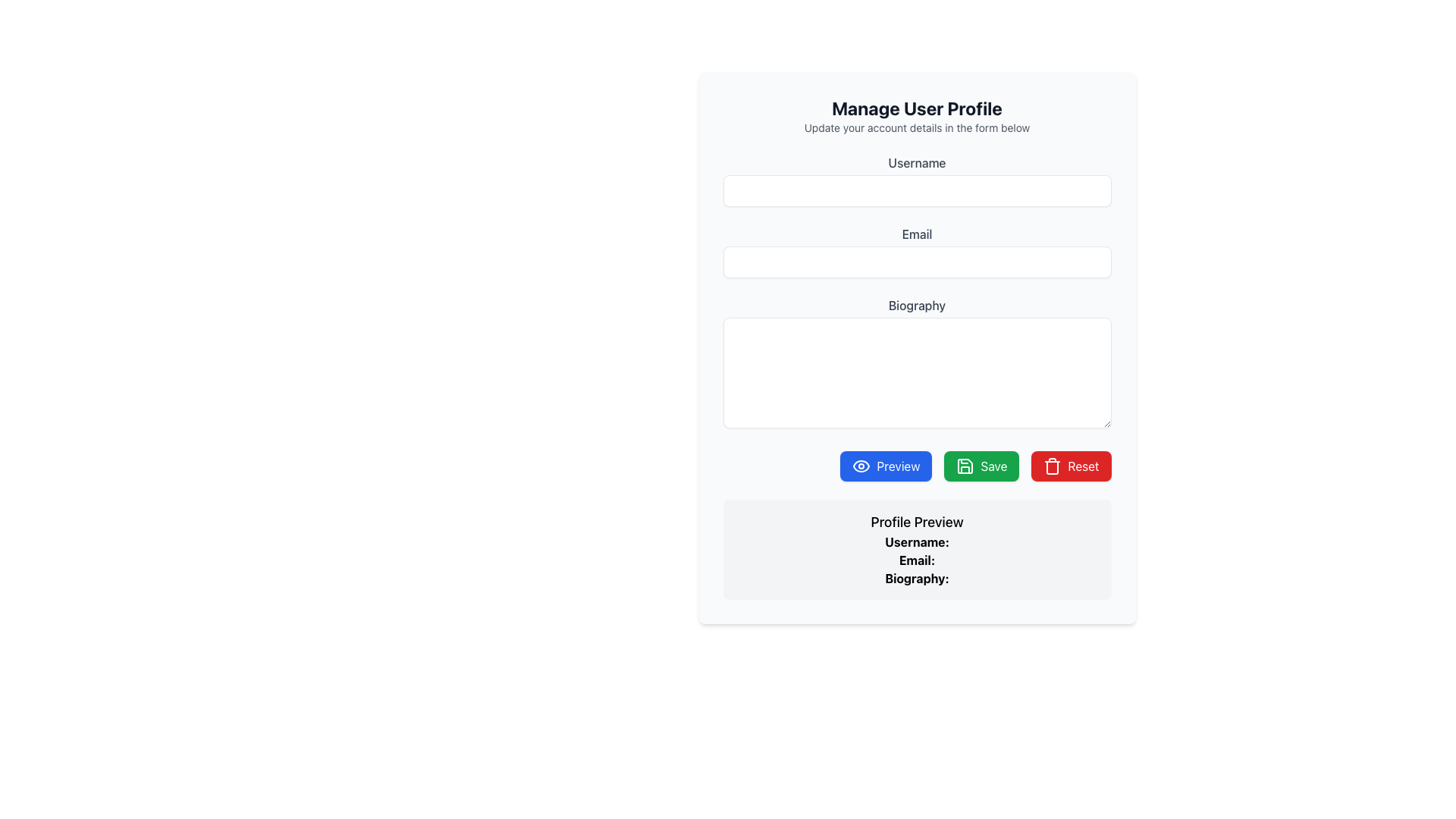 This screenshot has width=1456, height=819. What do you see at coordinates (861, 465) in the screenshot?
I see `the left elliptical component of the outlined eye structure, which is part of the eye icon located near the blue 'Preview' button in the lower section of the interface` at bounding box center [861, 465].